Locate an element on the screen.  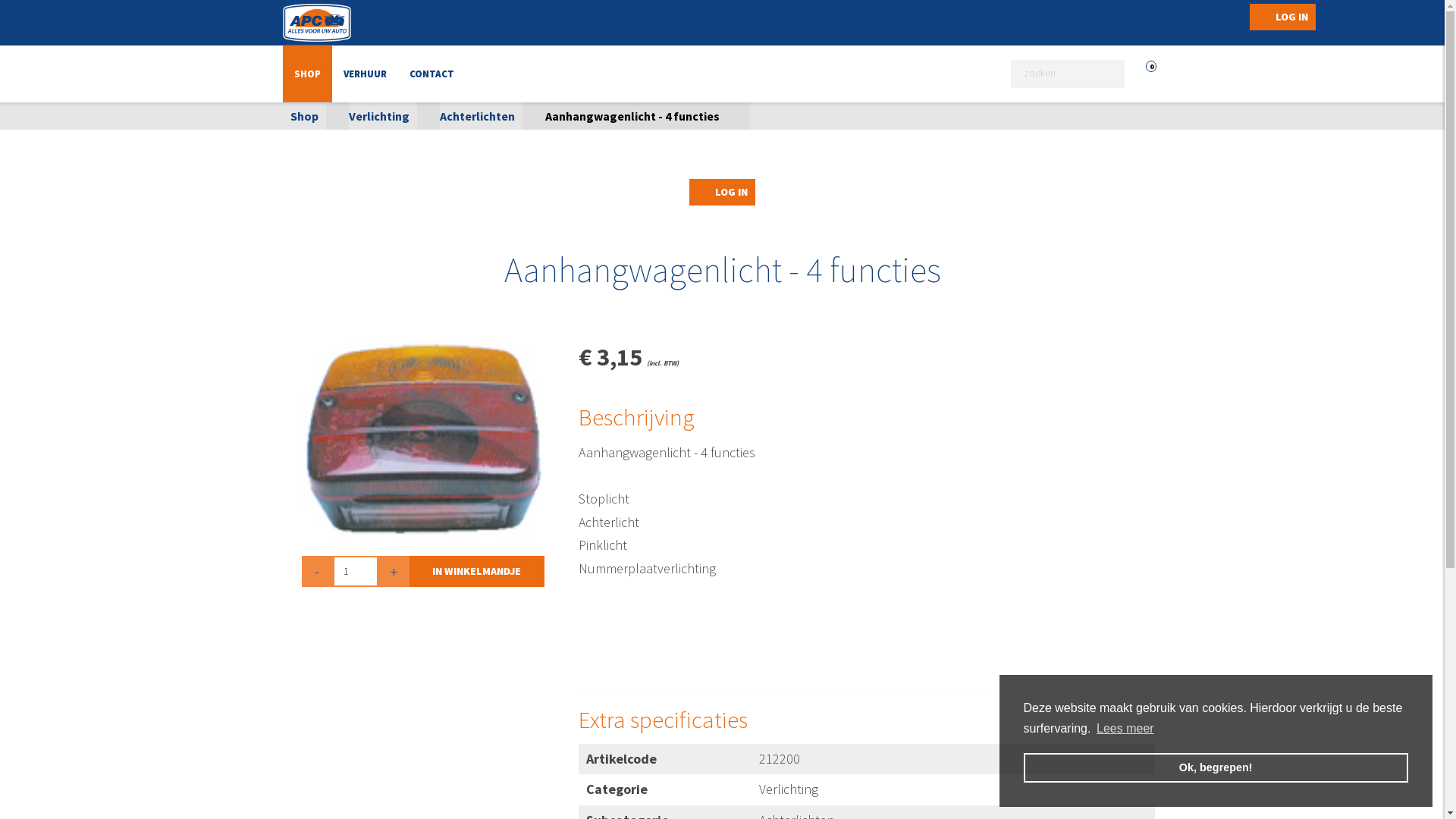
'Verlichting' is located at coordinates (378, 115).